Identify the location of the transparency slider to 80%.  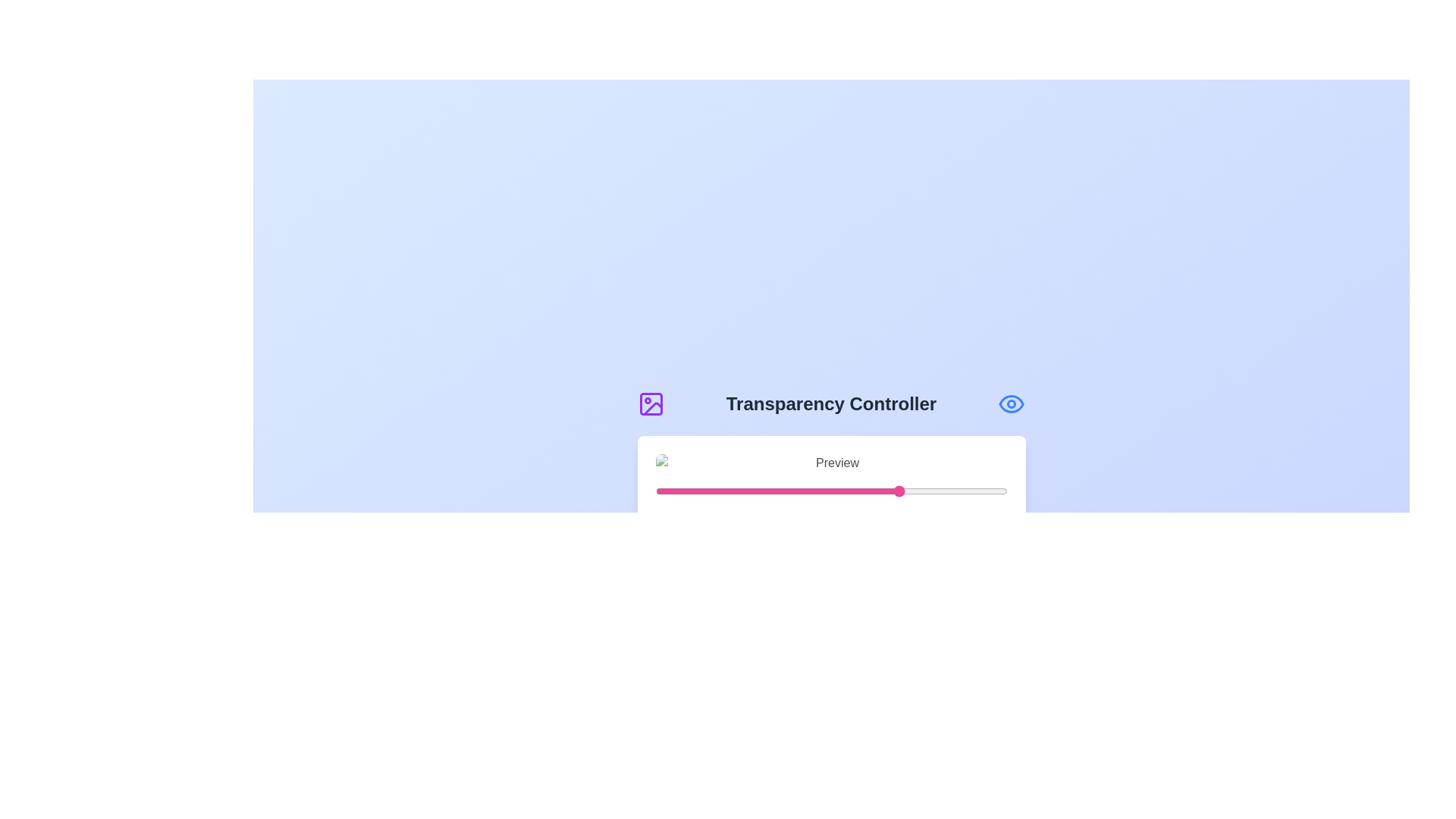
(936, 491).